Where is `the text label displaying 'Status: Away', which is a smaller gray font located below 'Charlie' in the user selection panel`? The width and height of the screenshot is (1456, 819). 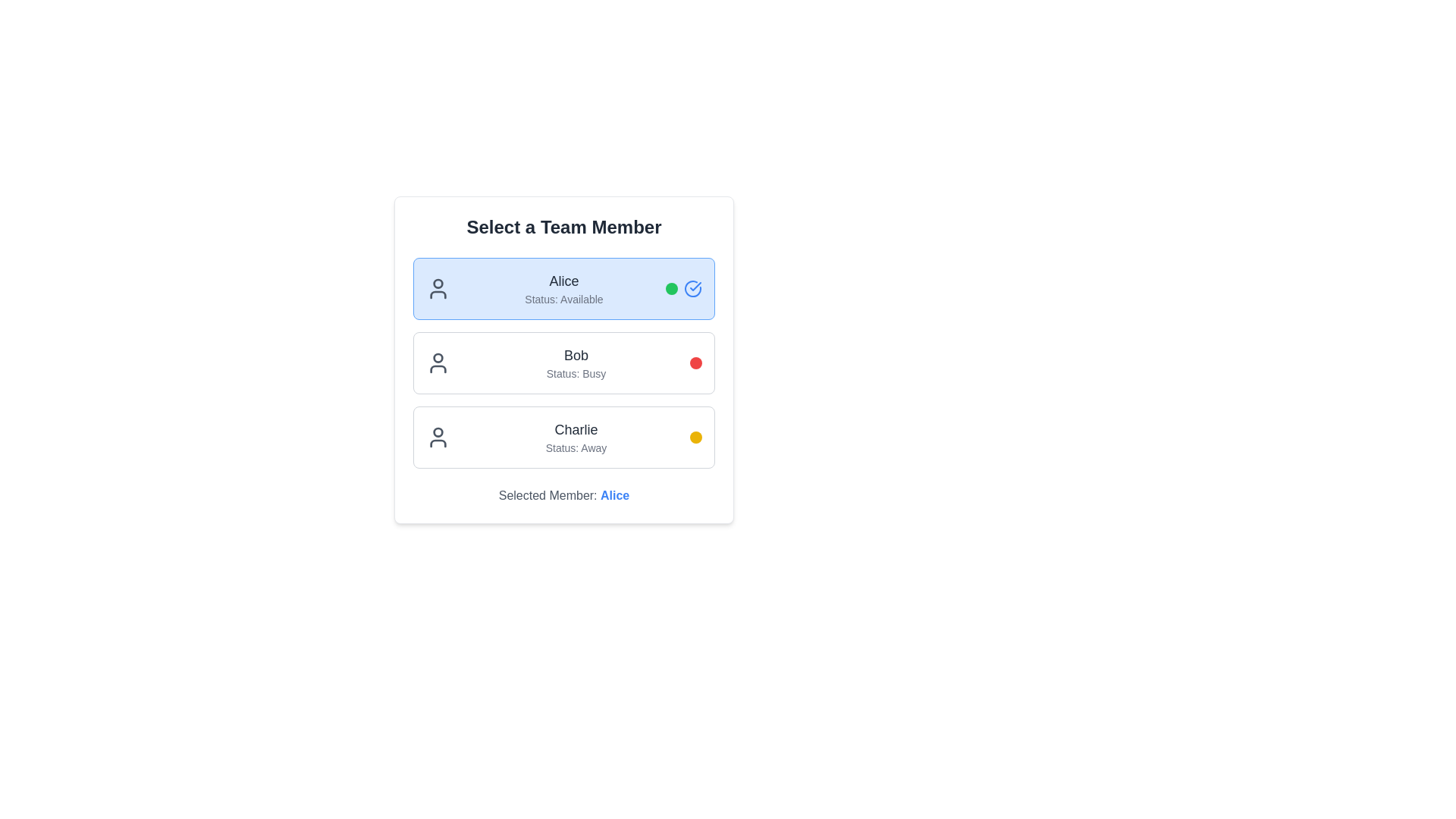
the text label displaying 'Status: Away', which is a smaller gray font located below 'Charlie' in the user selection panel is located at coordinates (575, 447).